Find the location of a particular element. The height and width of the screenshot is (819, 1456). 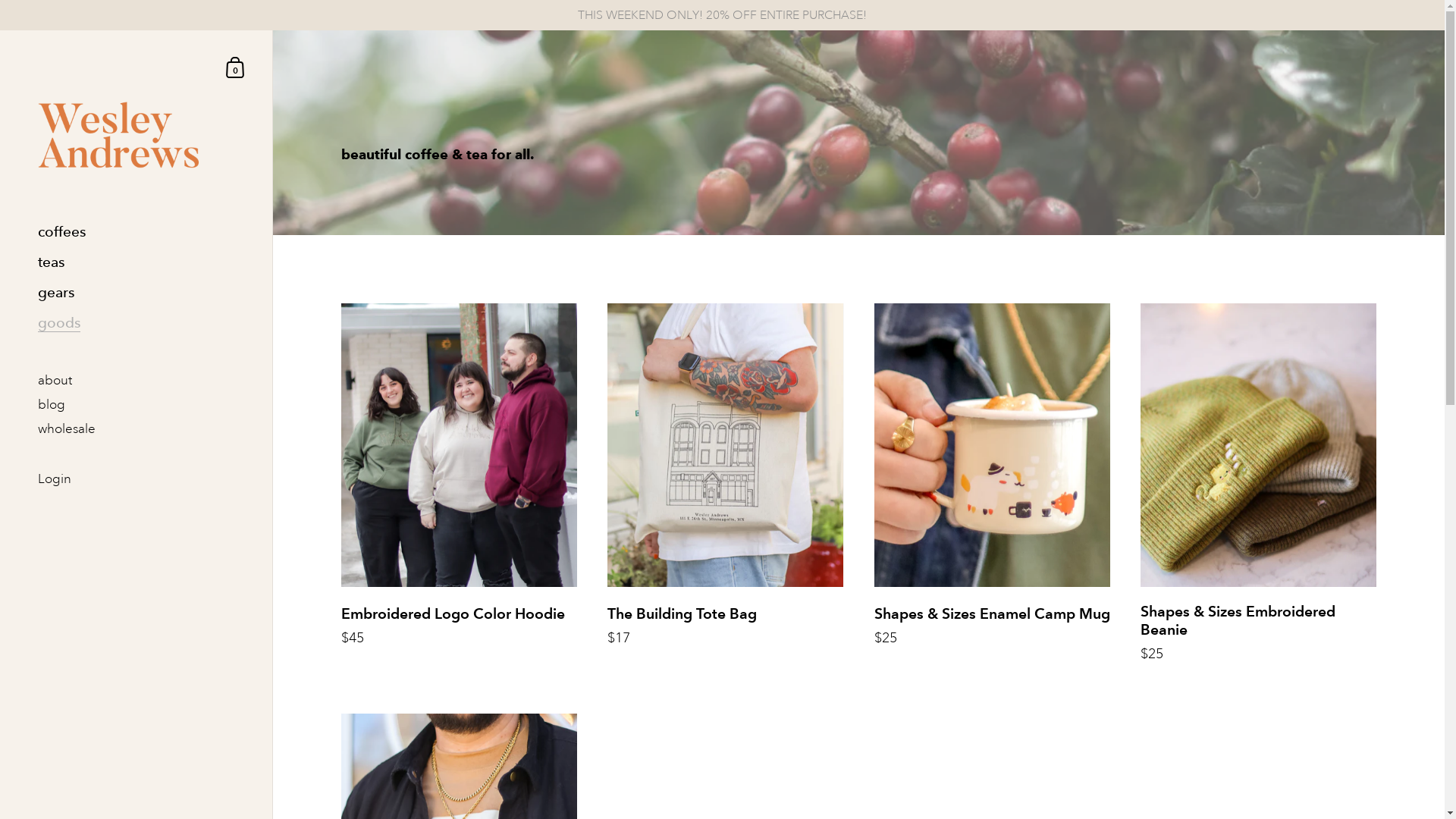

'Shapes & Sizes Embroidered Beanie is located at coordinates (1258, 493).